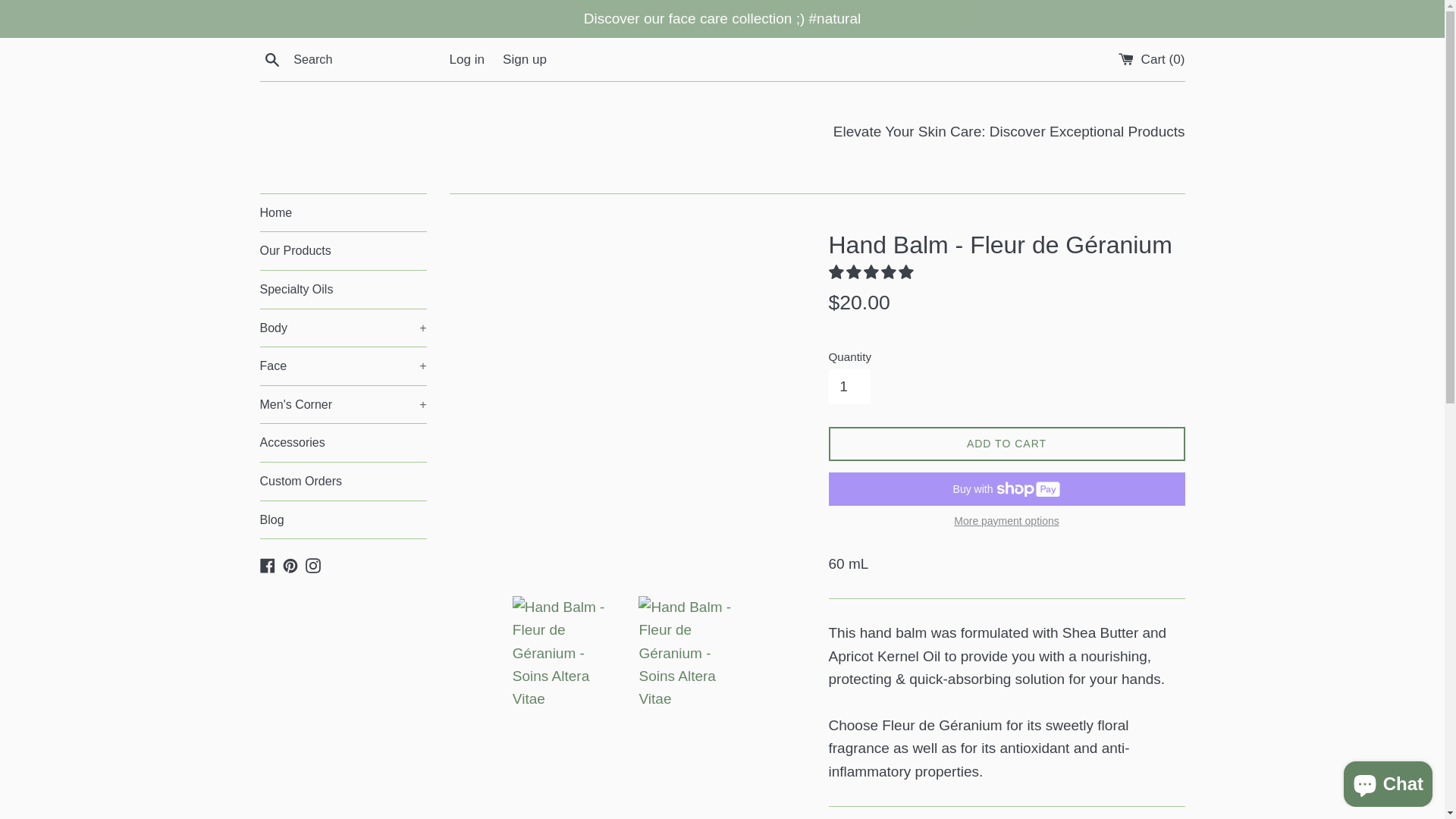 This screenshot has width=1456, height=819. Describe the element at coordinates (341, 250) in the screenshot. I see `'Our Products'` at that location.